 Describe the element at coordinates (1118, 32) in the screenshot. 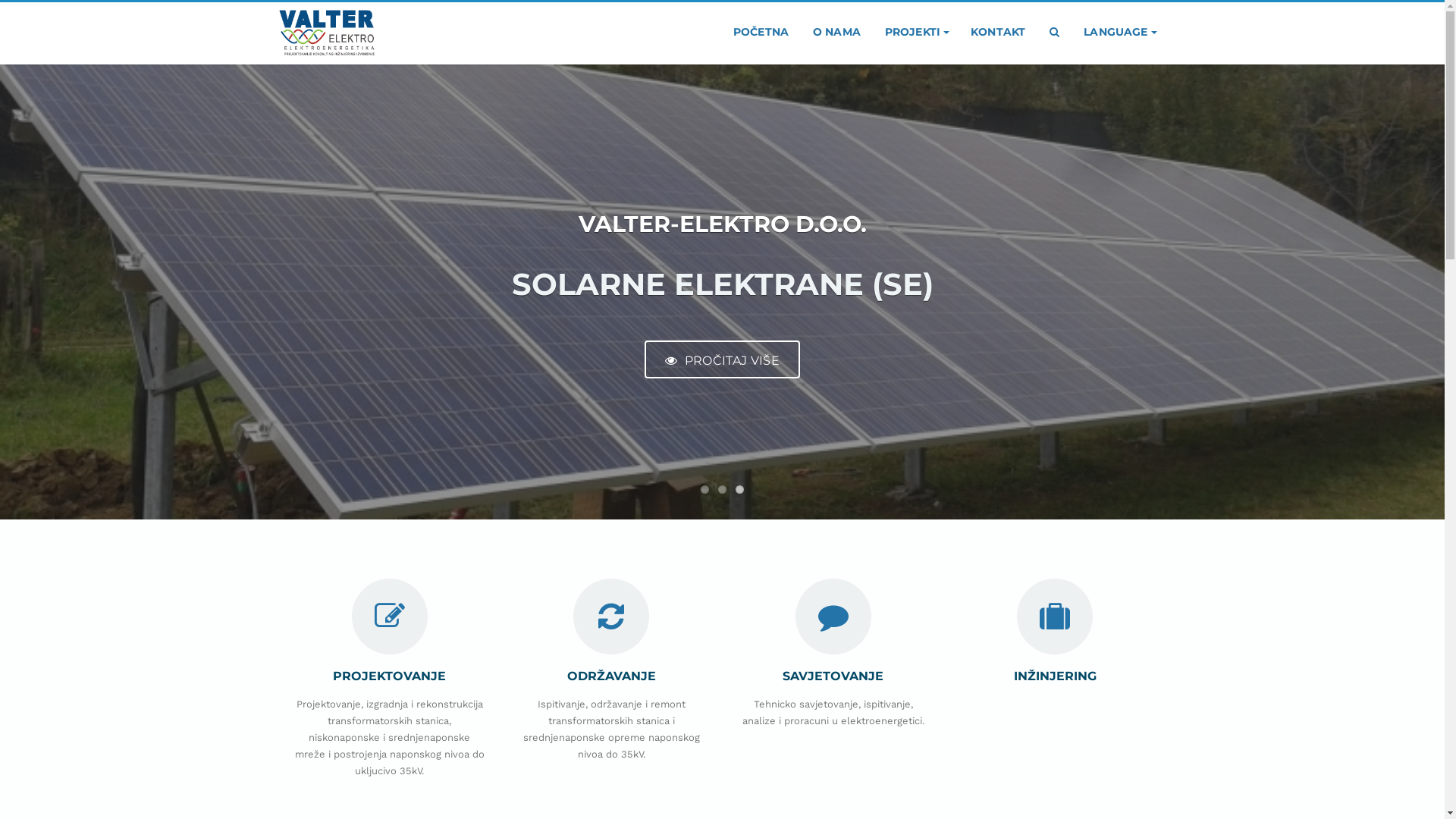

I see `'LANGUAGE'` at that location.